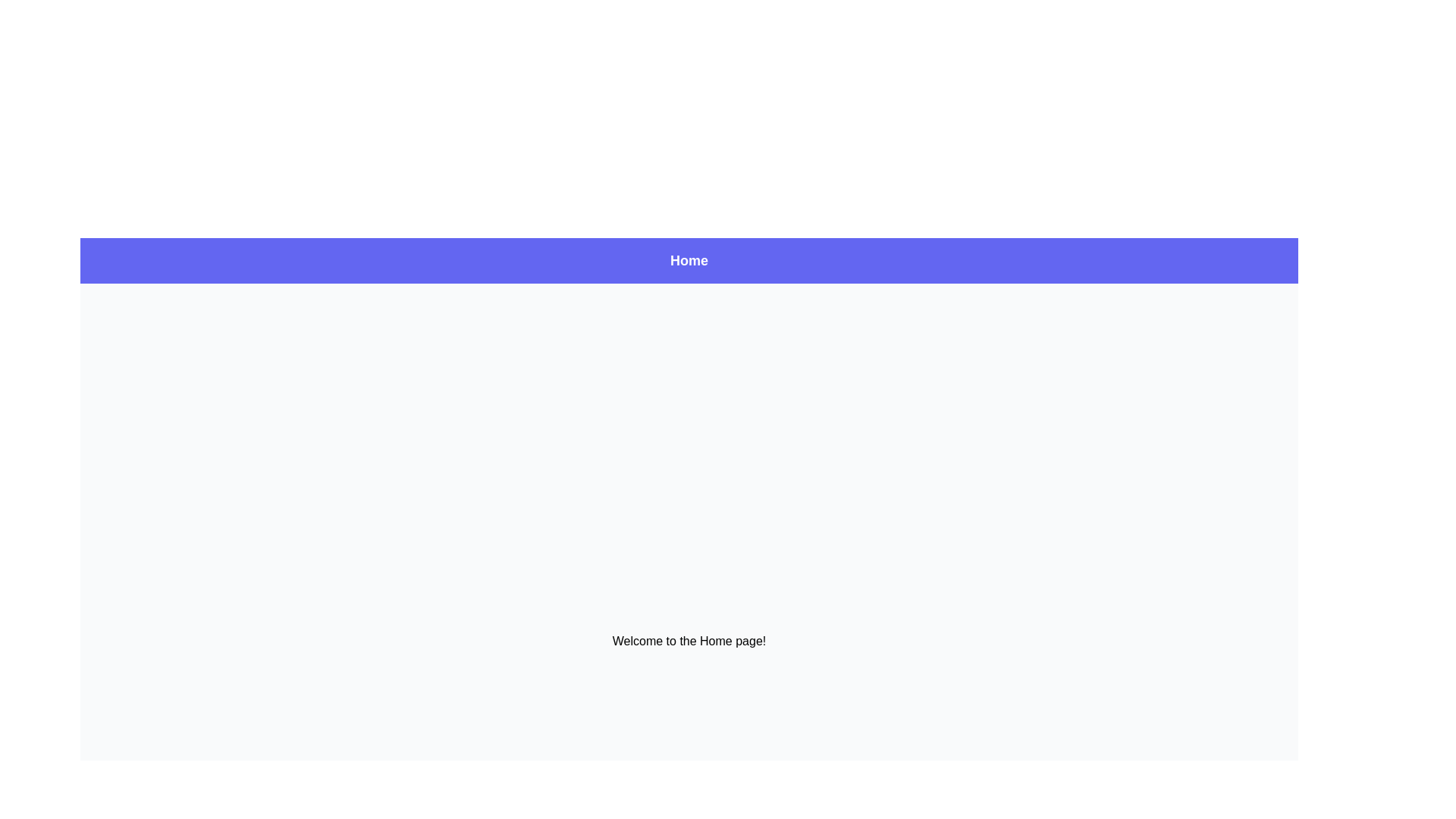 The width and height of the screenshot is (1456, 819). What do you see at coordinates (688, 641) in the screenshot?
I see `the welcoming message text displayed at the center of the home page` at bounding box center [688, 641].